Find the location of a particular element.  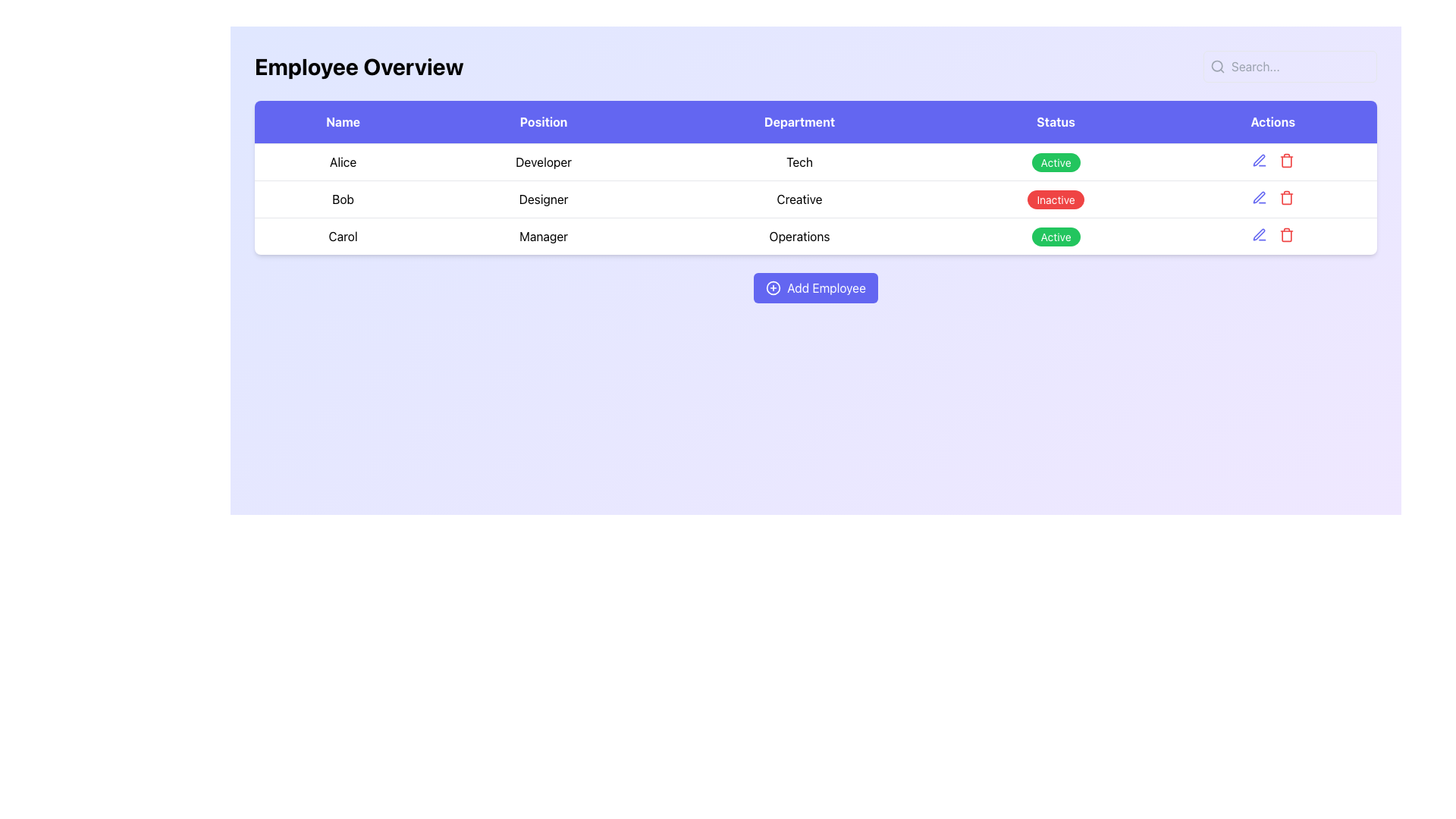

the SVG Icon (Pen-Like) located to the right of the 'Inactive' status label in the 'Actions' column to initiate editing for the record of Bob is located at coordinates (1259, 196).